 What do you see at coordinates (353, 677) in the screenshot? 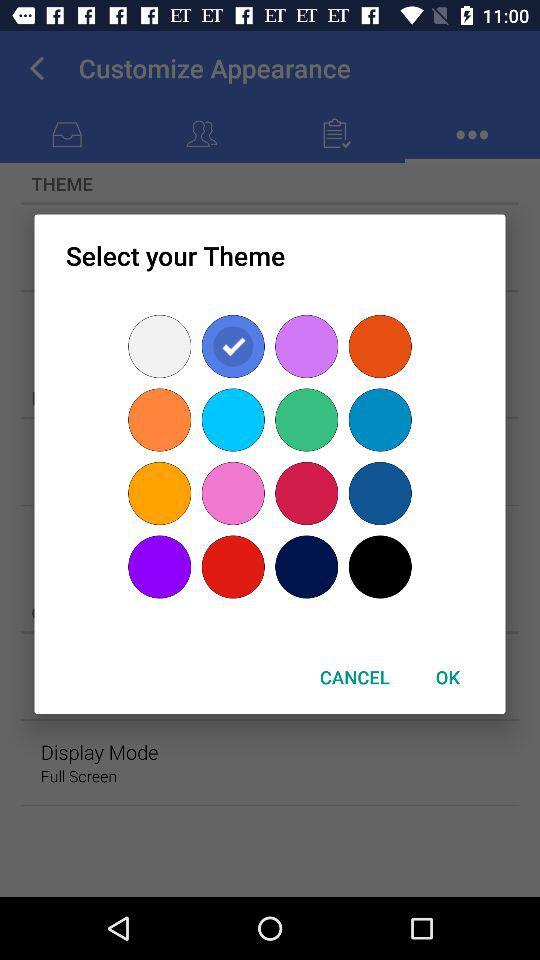
I see `the cancel icon` at bounding box center [353, 677].